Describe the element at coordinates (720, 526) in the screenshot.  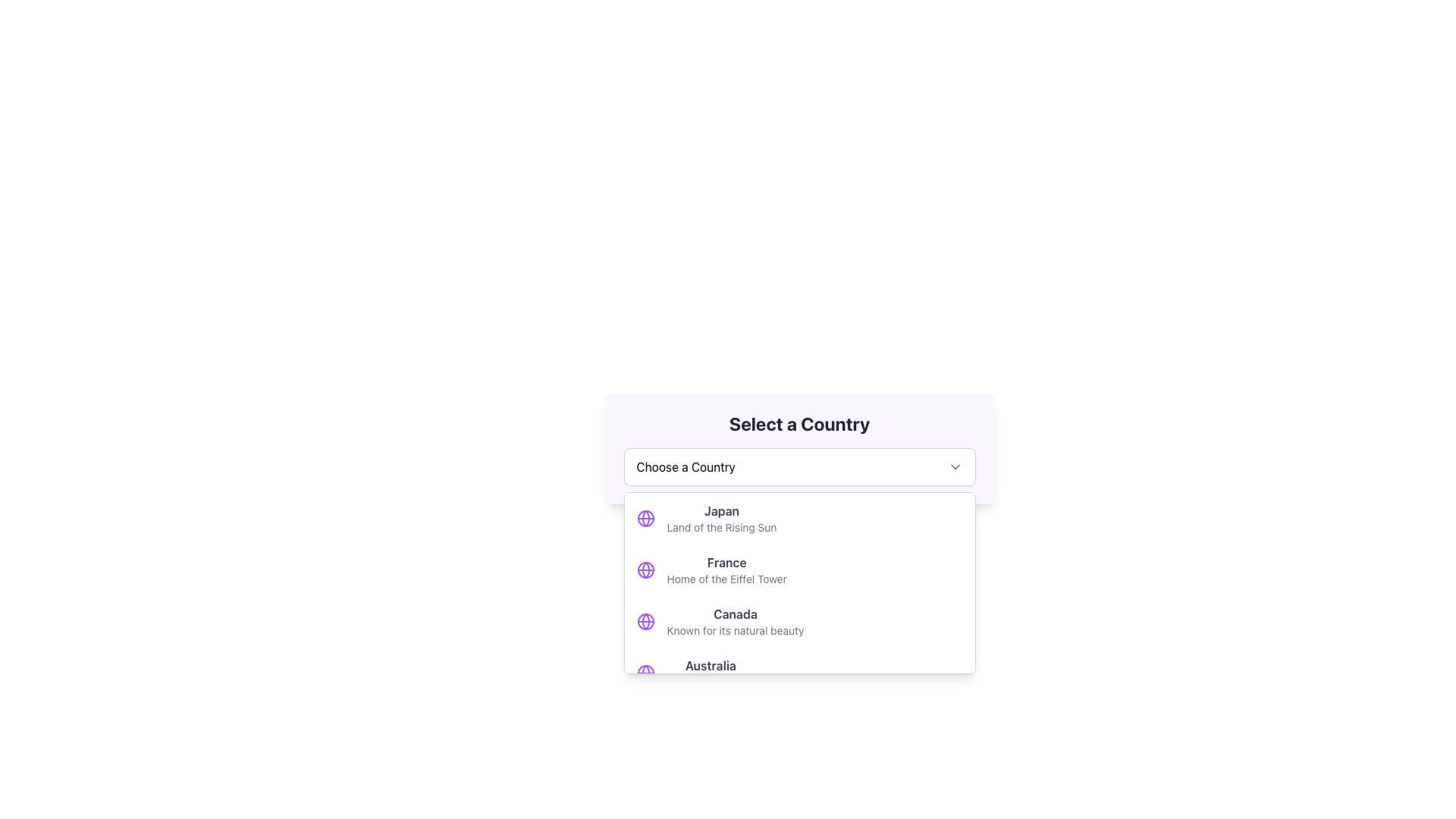
I see `the Text Label that provides supplementary information for the 'Japan' option in the dropdown menu 'Select a Country', which is positioned directly below the 'Japan' label` at that location.